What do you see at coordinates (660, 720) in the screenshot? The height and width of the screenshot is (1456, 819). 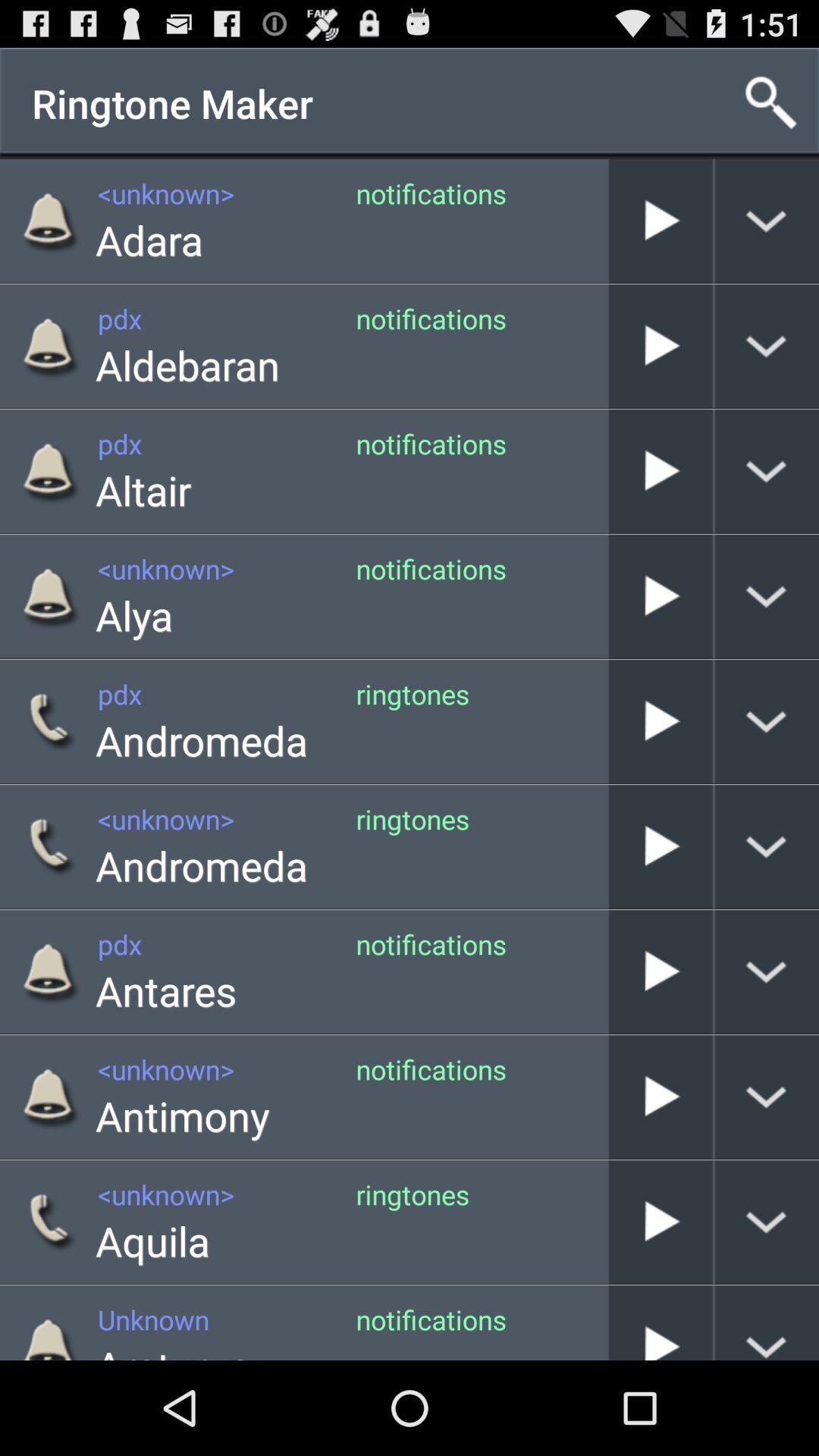 I see `andromeda ringtones` at bounding box center [660, 720].